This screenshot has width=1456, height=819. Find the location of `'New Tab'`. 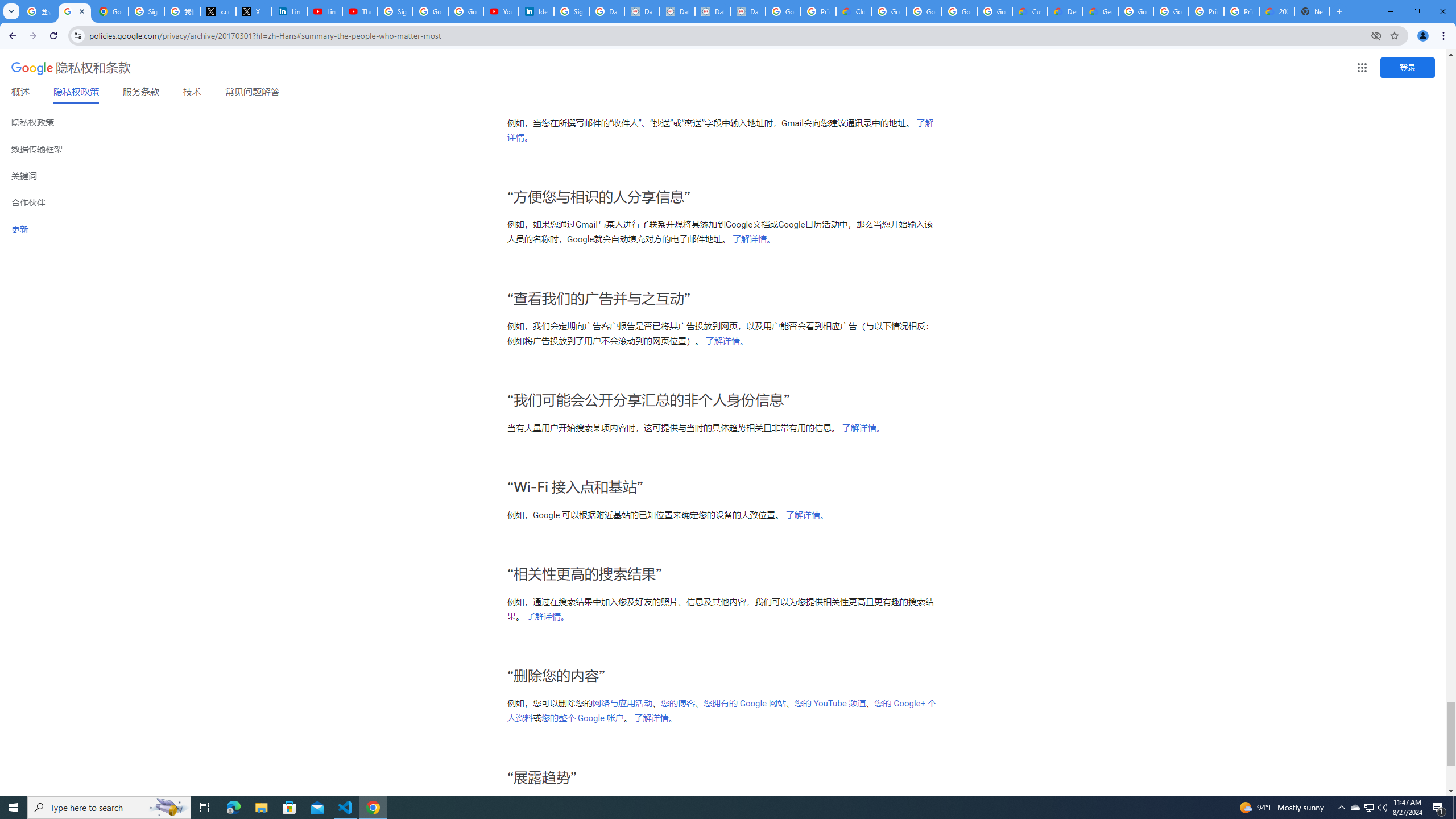

'New Tab' is located at coordinates (1312, 11).